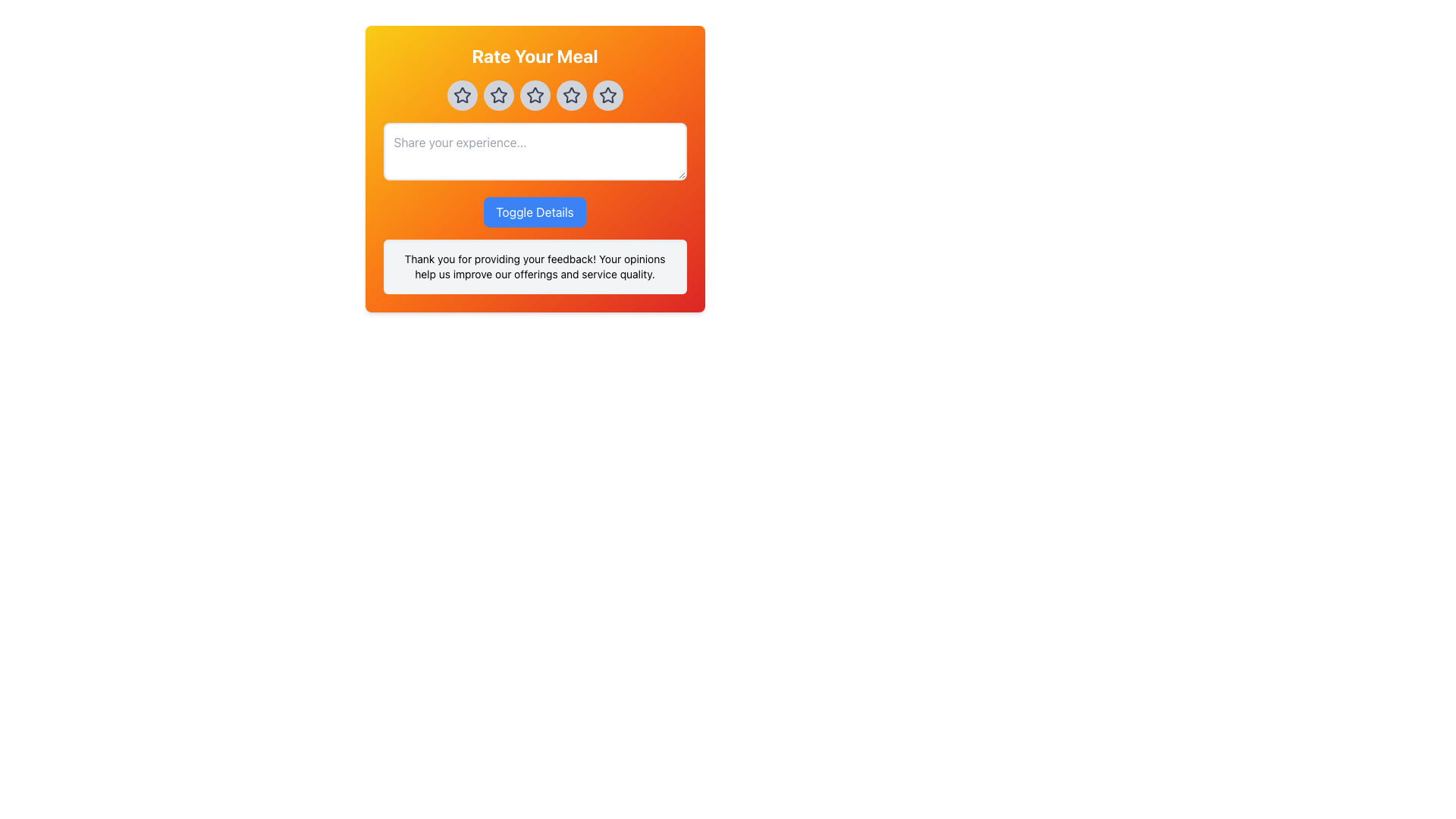  I want to click on the third star icon in the horizontal row of five rating stars to rate it, so click(570, 96).